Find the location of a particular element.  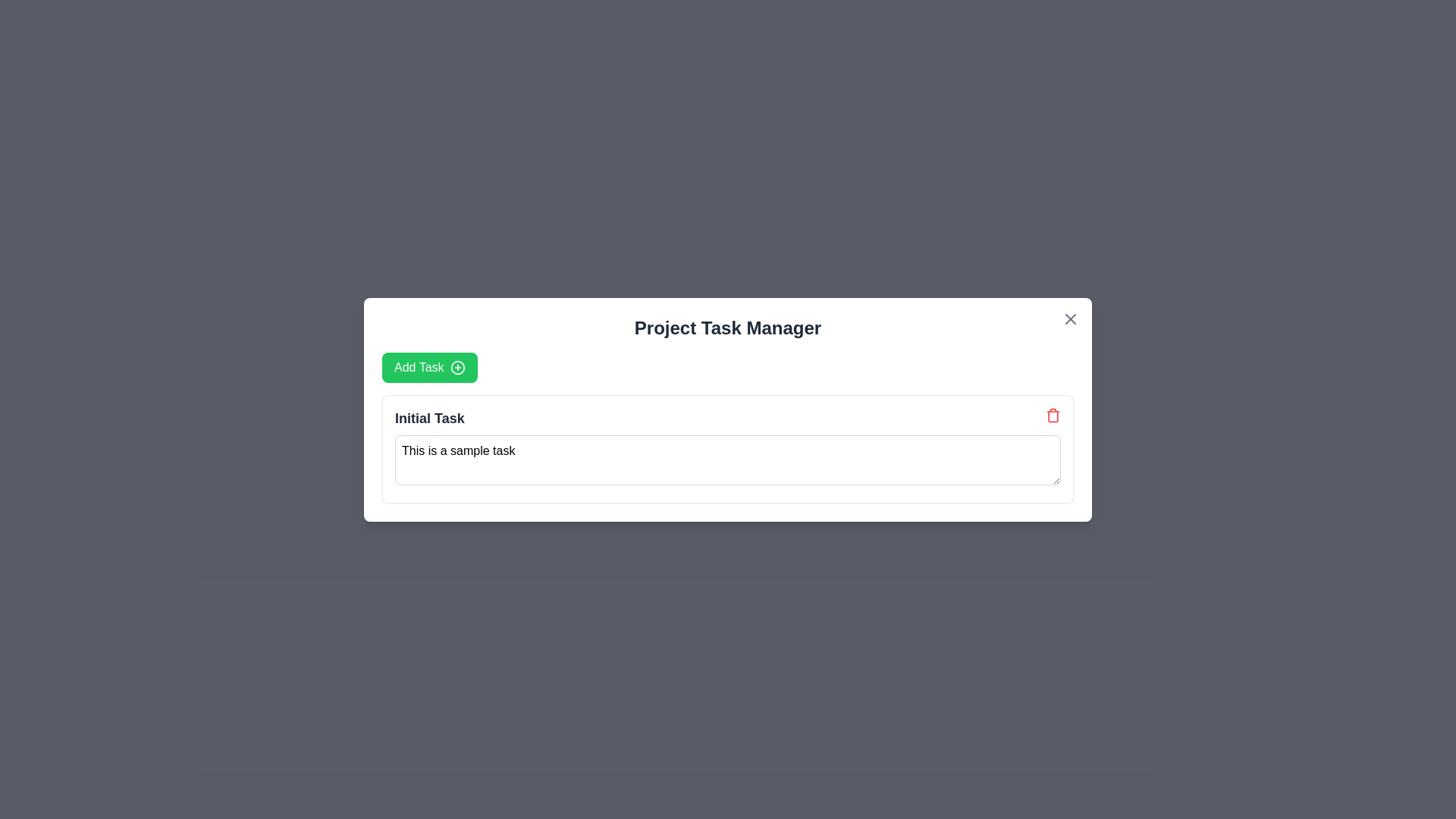

the close button in the top-right corner of the 'Project Task Manager' modal dialog to change its color is located at coordinates (1069, 318).